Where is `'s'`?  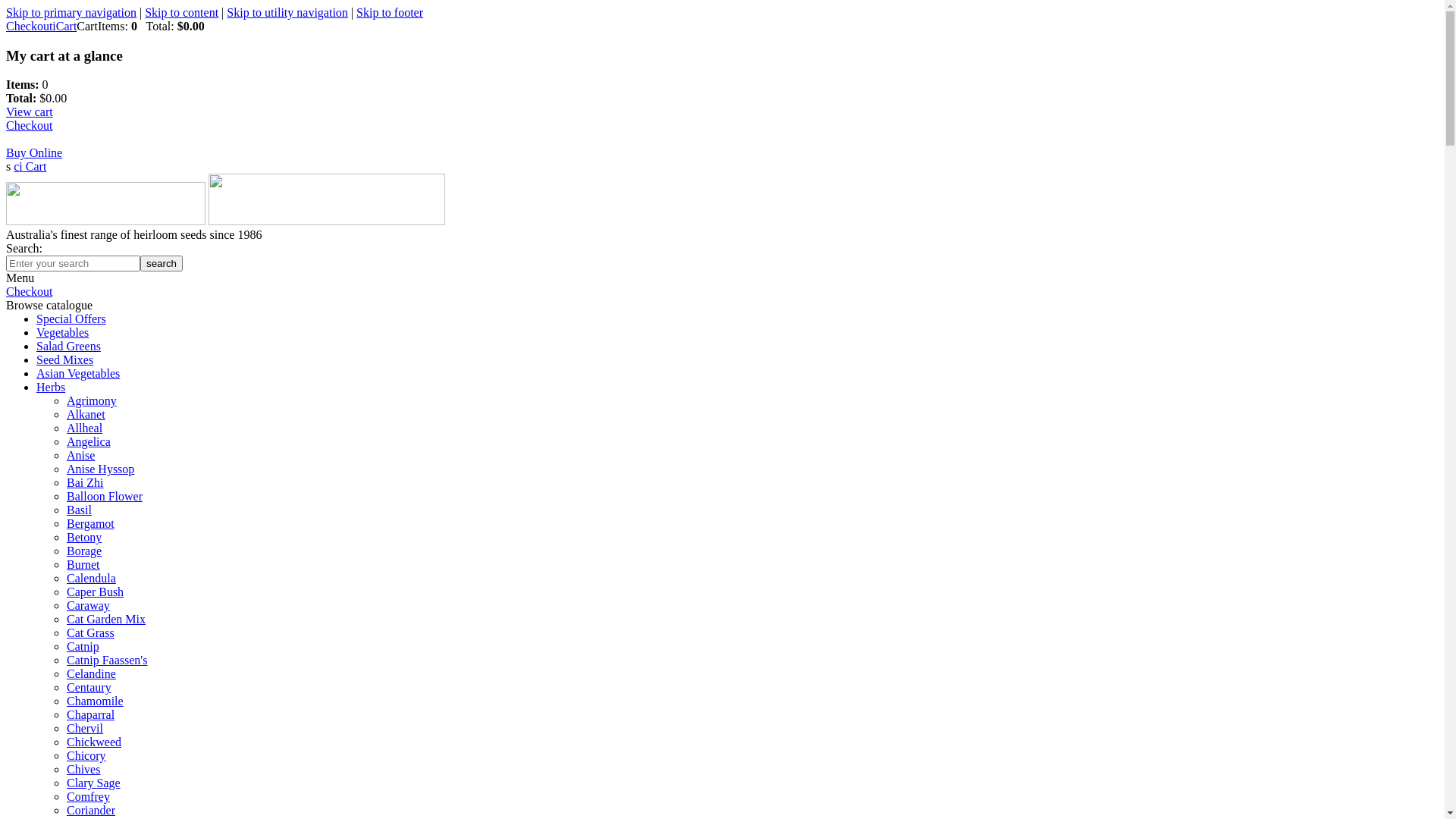 's' is located at coordinates (8, 166).